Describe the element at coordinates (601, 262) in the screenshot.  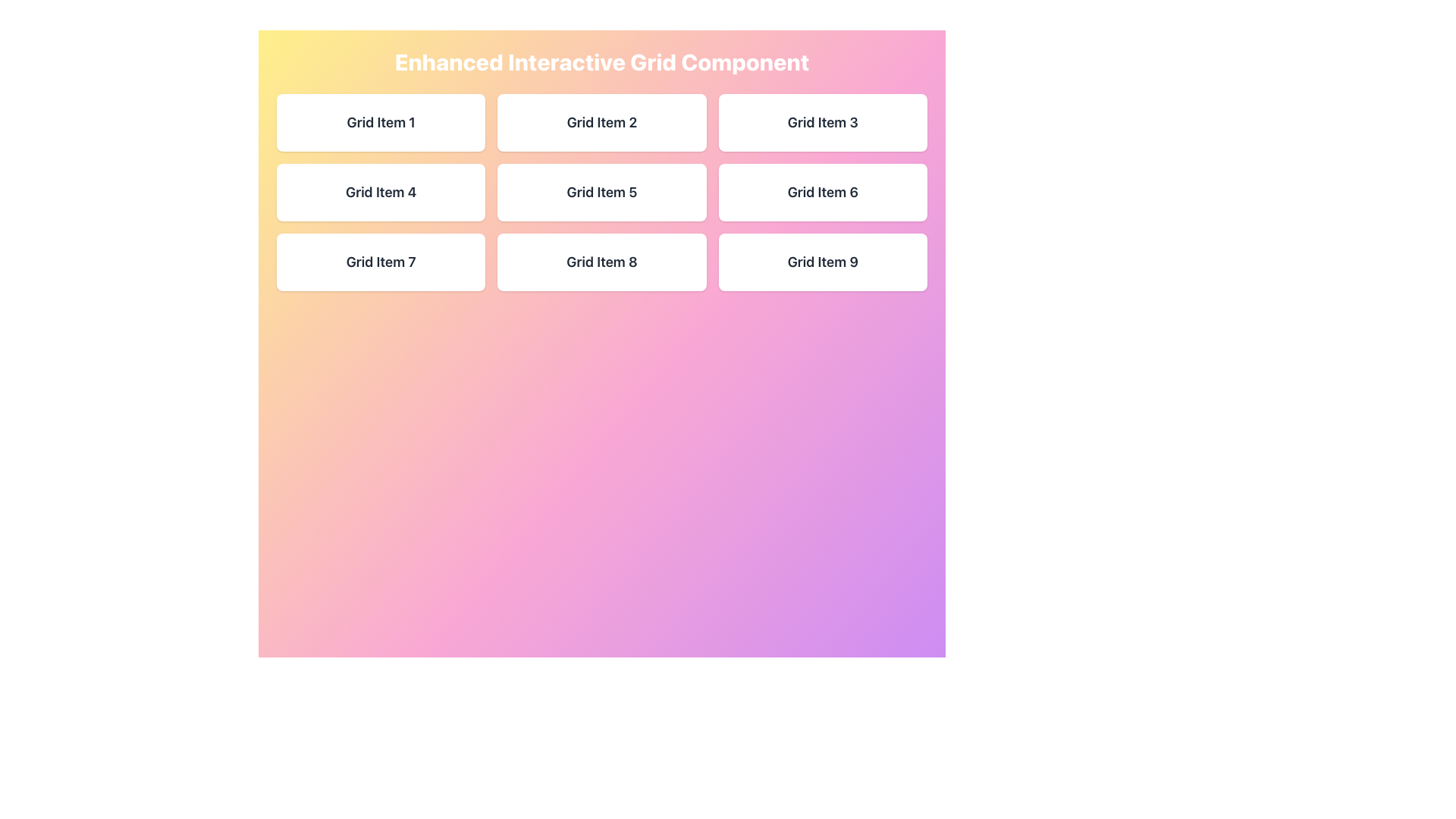
I see `the center button of the 3x3 grid layout, specifically 'Grid Item 8'` at that location.